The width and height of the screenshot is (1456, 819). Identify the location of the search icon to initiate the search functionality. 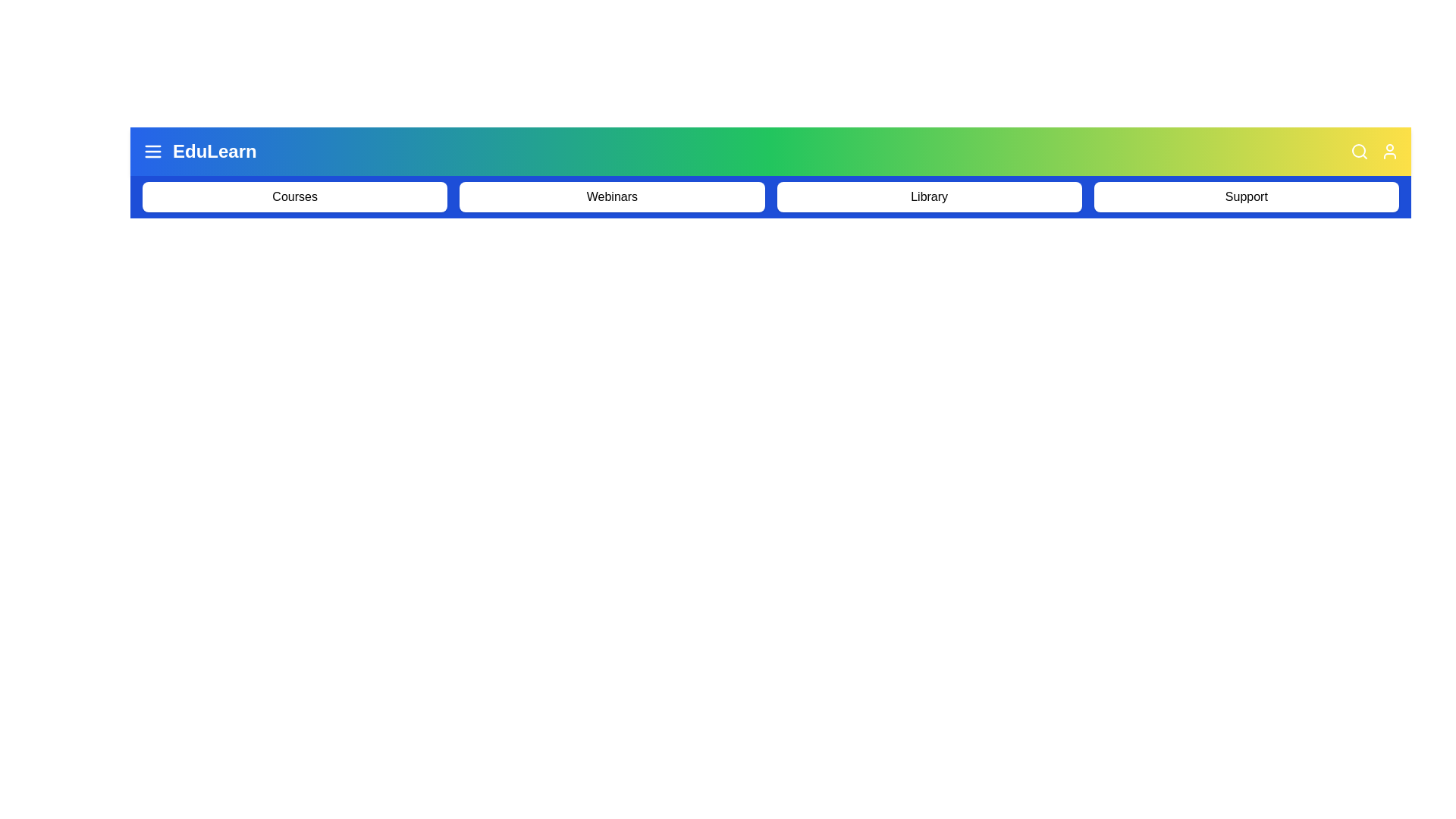
(1360, 152).